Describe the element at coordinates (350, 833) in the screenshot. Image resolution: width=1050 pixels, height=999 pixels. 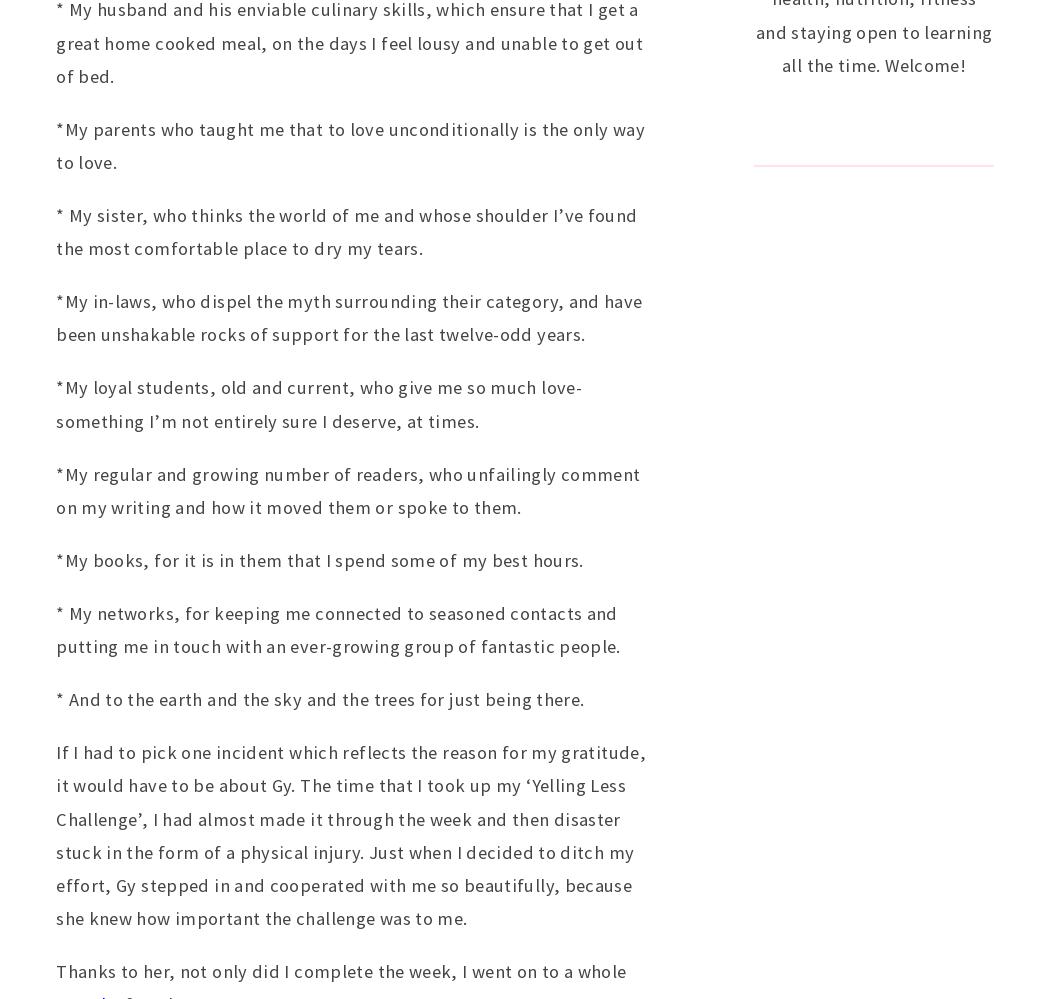
I see `'If I had to pick one incident which reflects the reason for my gratitude, it would have to be about Gy. The time that I took up my ‘Yelling Less Challenge’, I had almost made it through the week and then disaster stuck in the form of a physical injury. Just when I decided to ditch my effort, Gy stepped in and cooperated with me so beautifully, because she knew how important the challenge was to me.'` at that location.